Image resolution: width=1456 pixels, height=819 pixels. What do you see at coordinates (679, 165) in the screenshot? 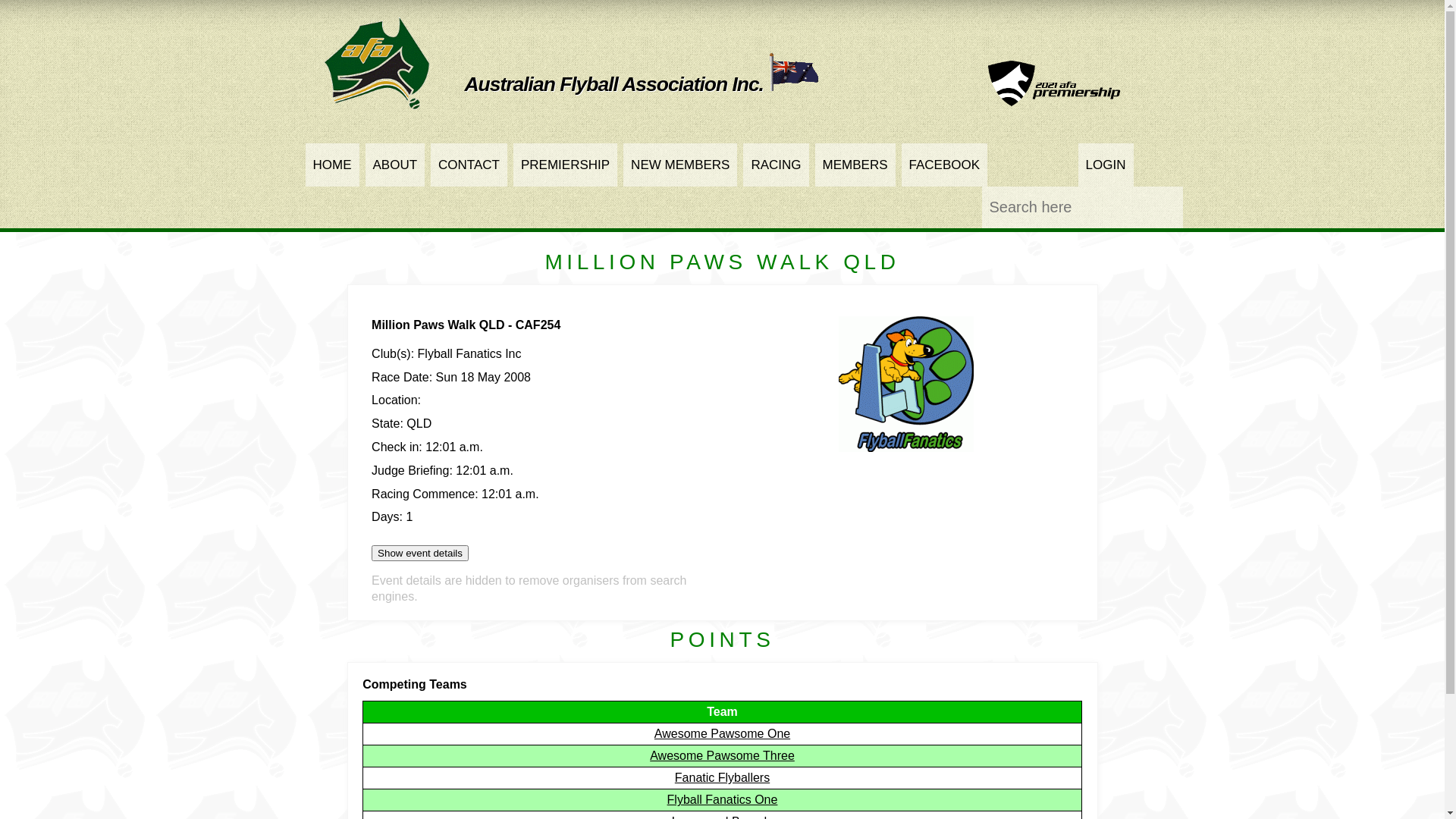
I see `'NEW MEMBERS'` at bounding box center [679, 165].